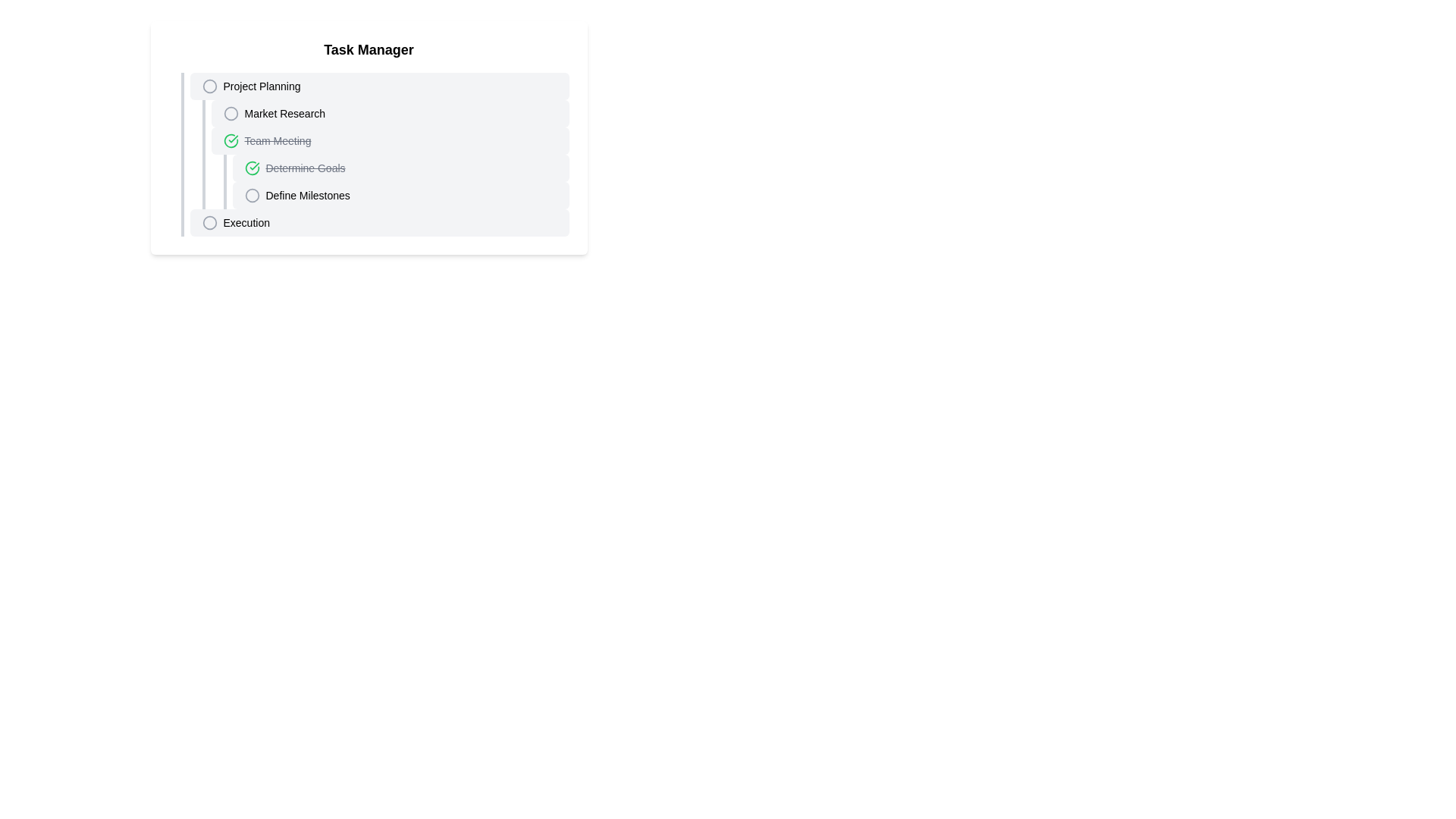 This screenshot has height=819, width=1456. What do you see at coordinates (396, 168) in the screenshot?
I see `the list item labeled 'Determine Goals'` at bounding box center [396, 168].